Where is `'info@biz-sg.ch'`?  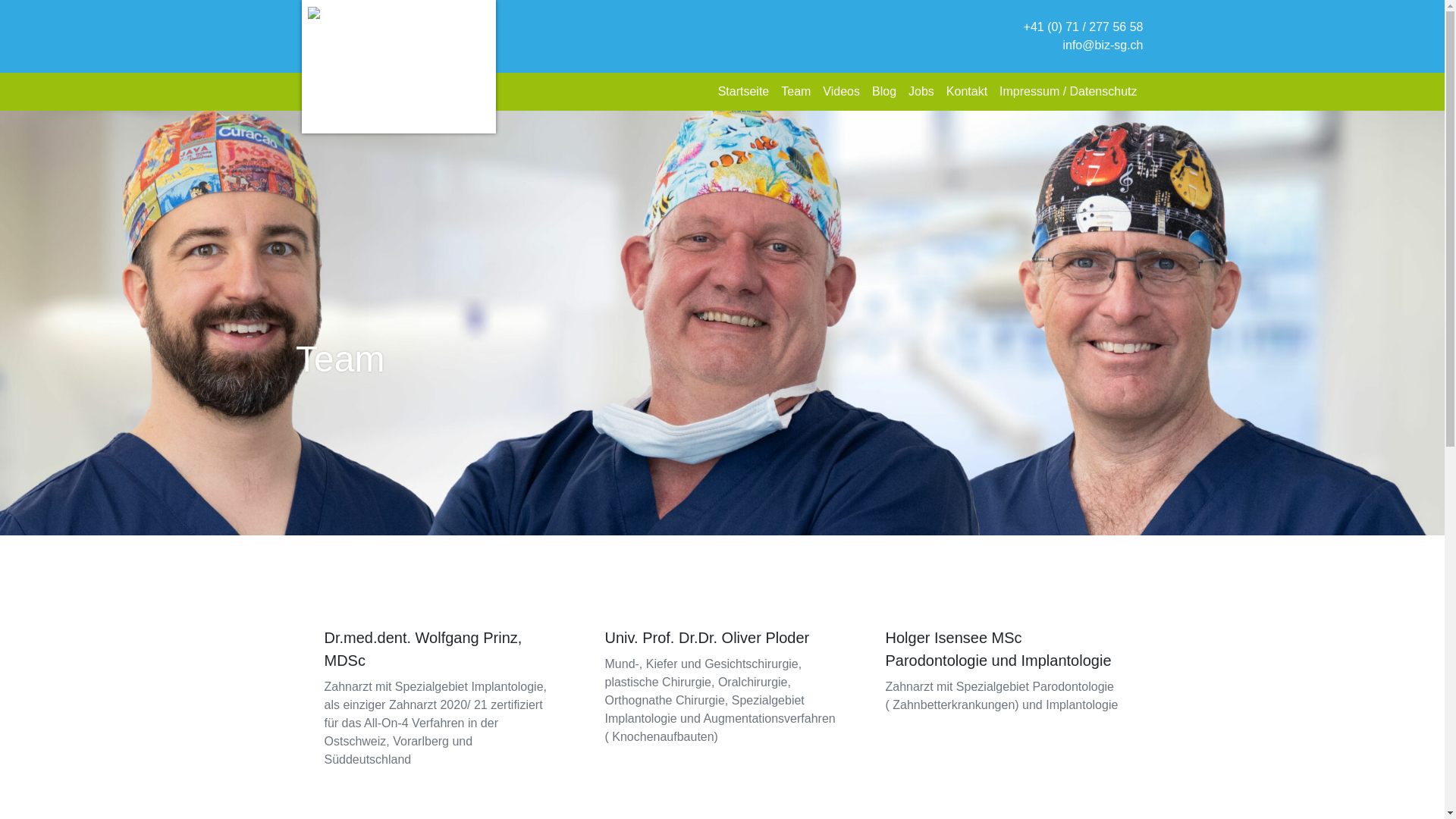 'info@biz-sg.ch' is located at coordinates (1103, 44).